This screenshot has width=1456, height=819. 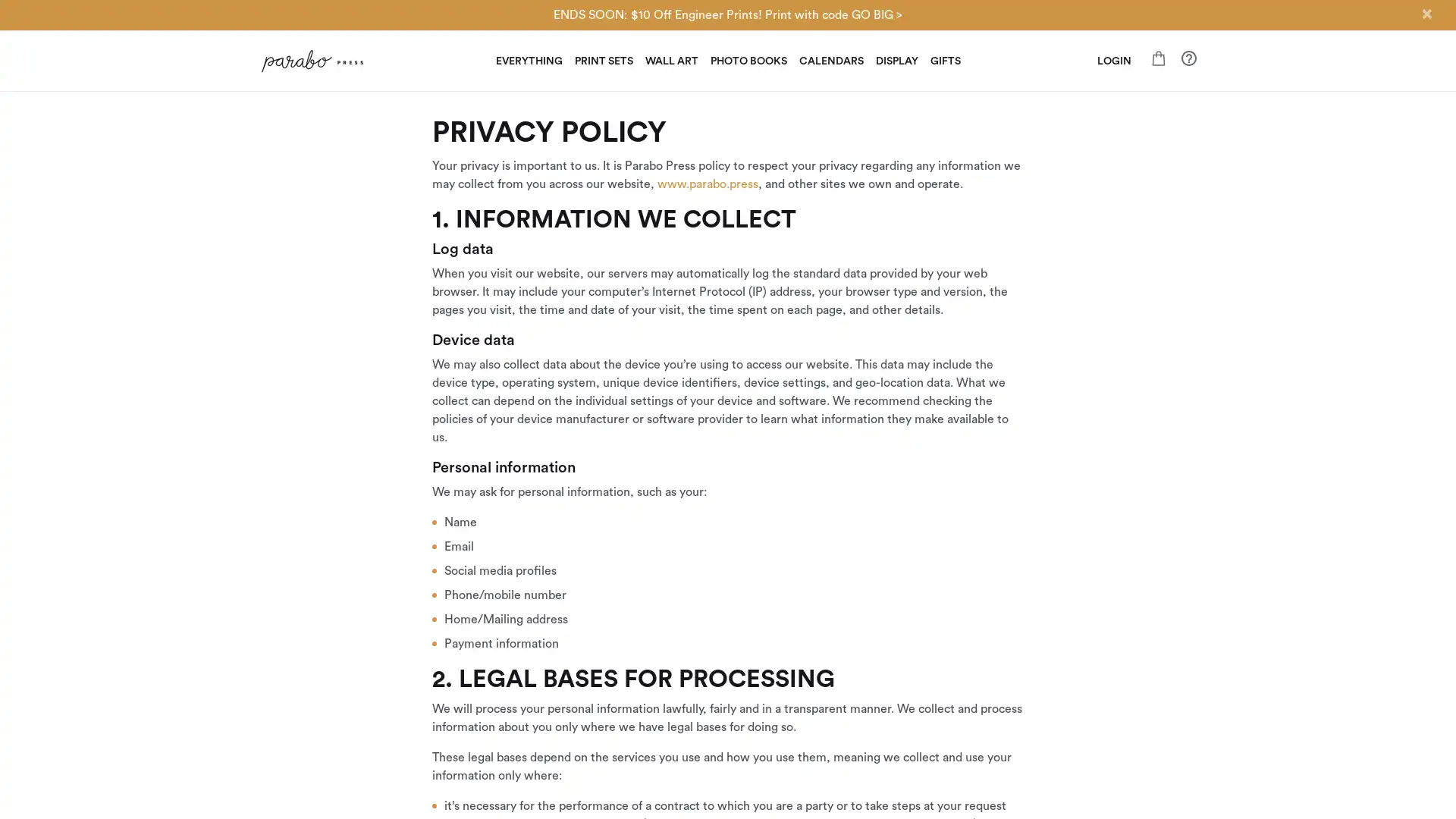 What do you see at coordinates (833, 584) in the screenshot?
I see `subscribe` at bounding box center [833, 584].